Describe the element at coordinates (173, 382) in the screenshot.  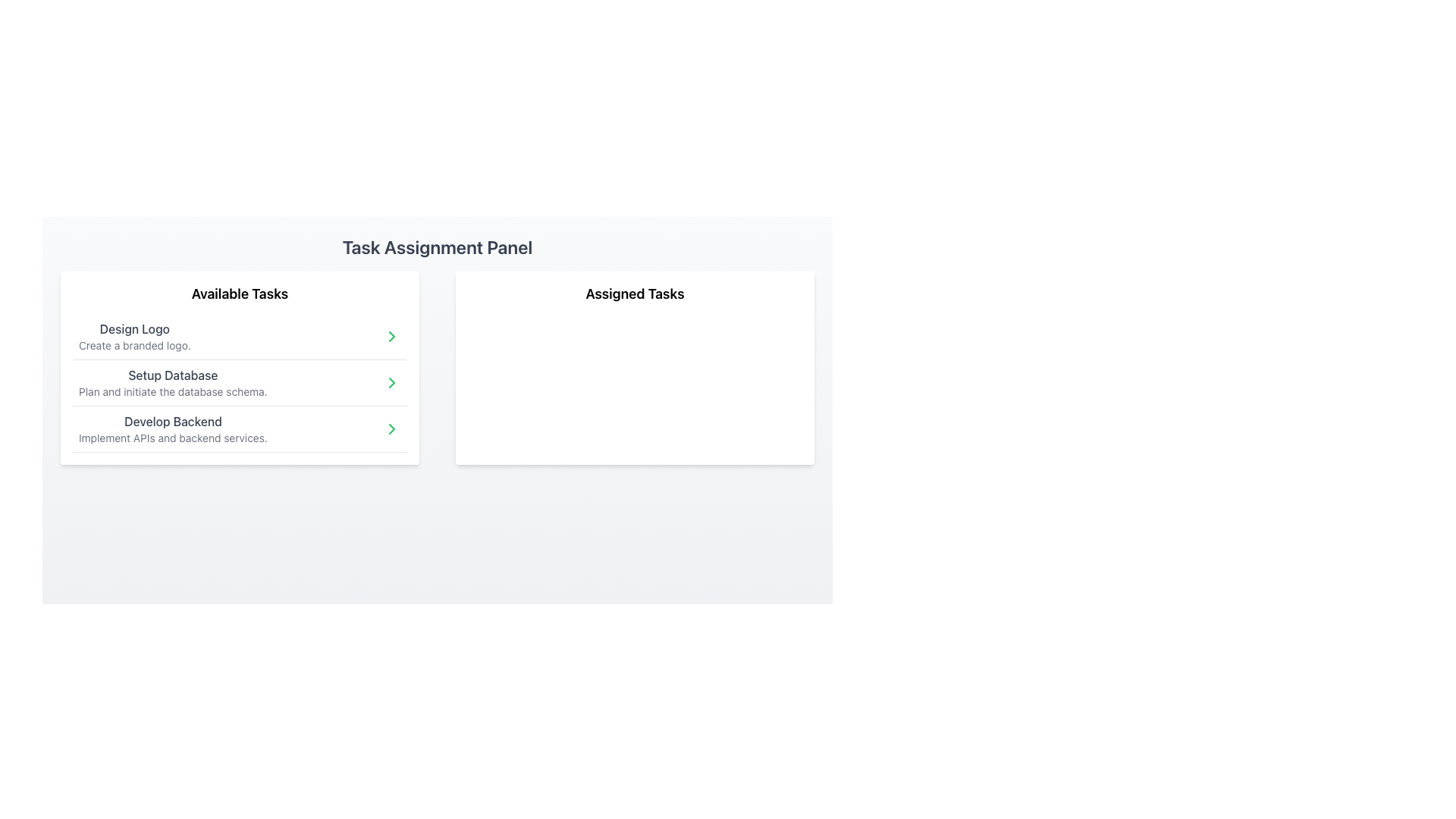
I see `text of the second task option in the 'Available Tasks' panel, which describes the task 'Setup Database'` at that location.